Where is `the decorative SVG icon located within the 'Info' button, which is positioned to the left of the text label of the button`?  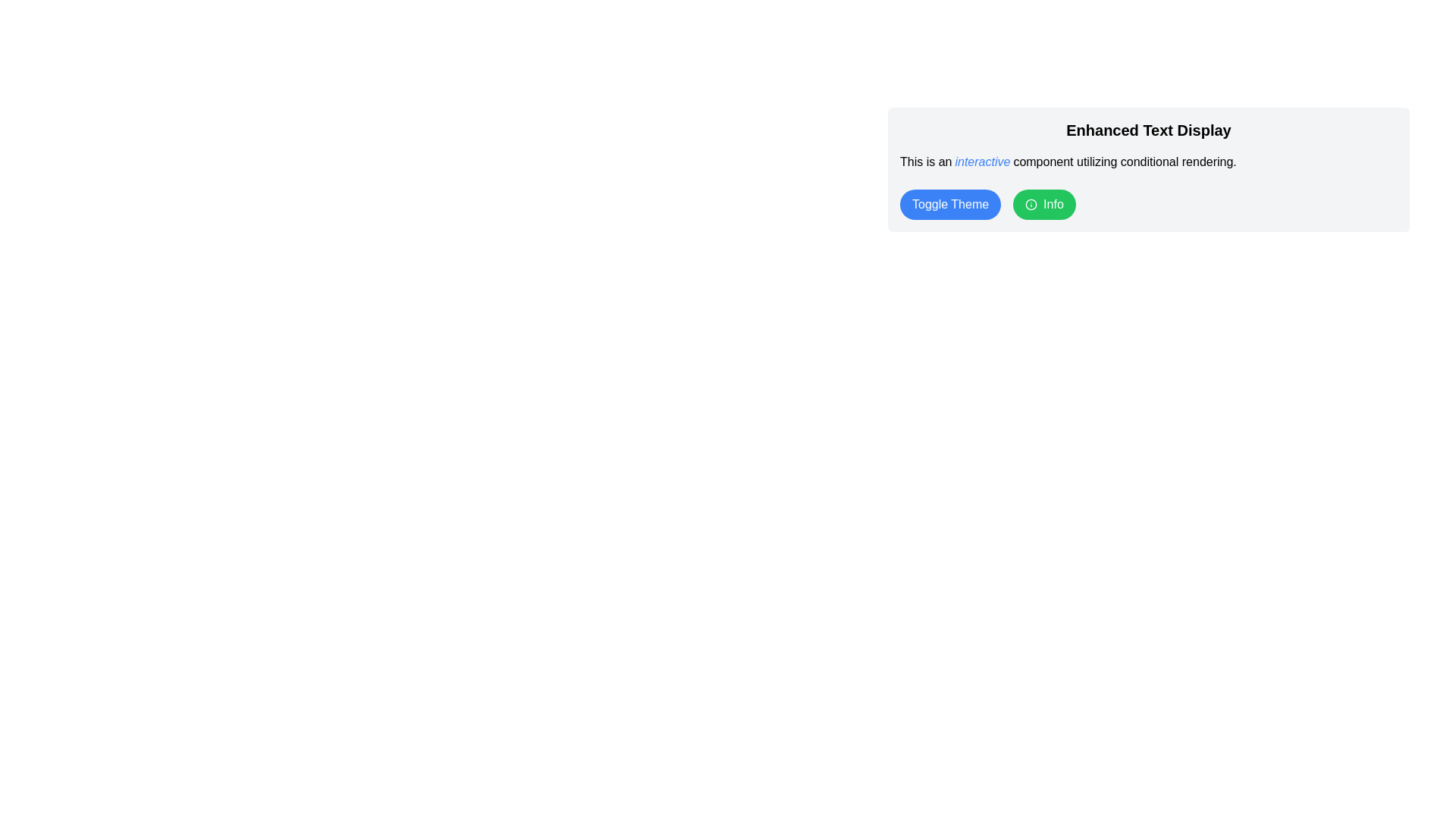
the decorative SVG icon located within the 'Info' button, which is positioned to the left of the text label of the button is located at coordinates (1031, 205).